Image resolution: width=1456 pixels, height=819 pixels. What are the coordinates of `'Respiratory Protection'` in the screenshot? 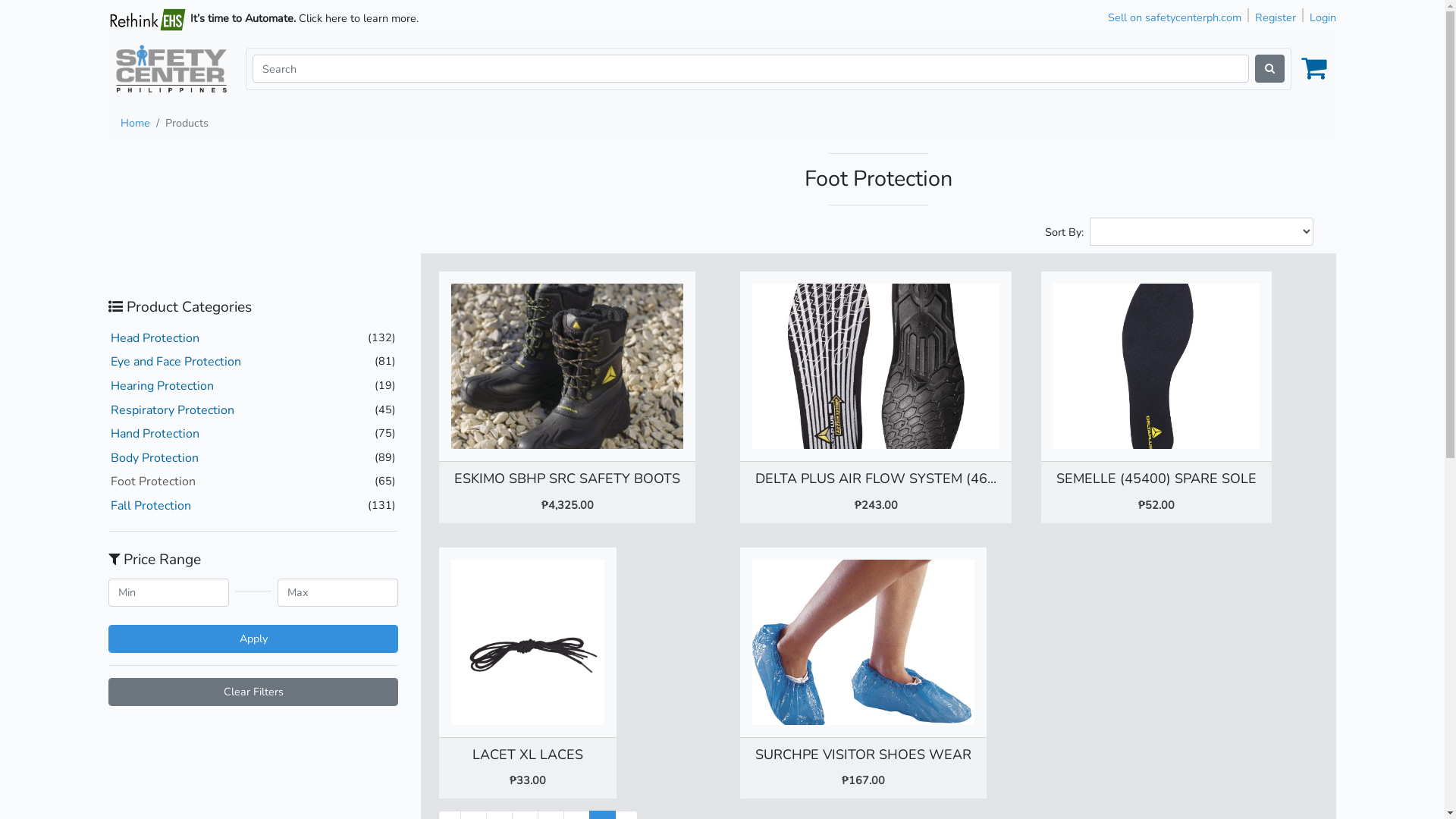 It's located at (172, 409).